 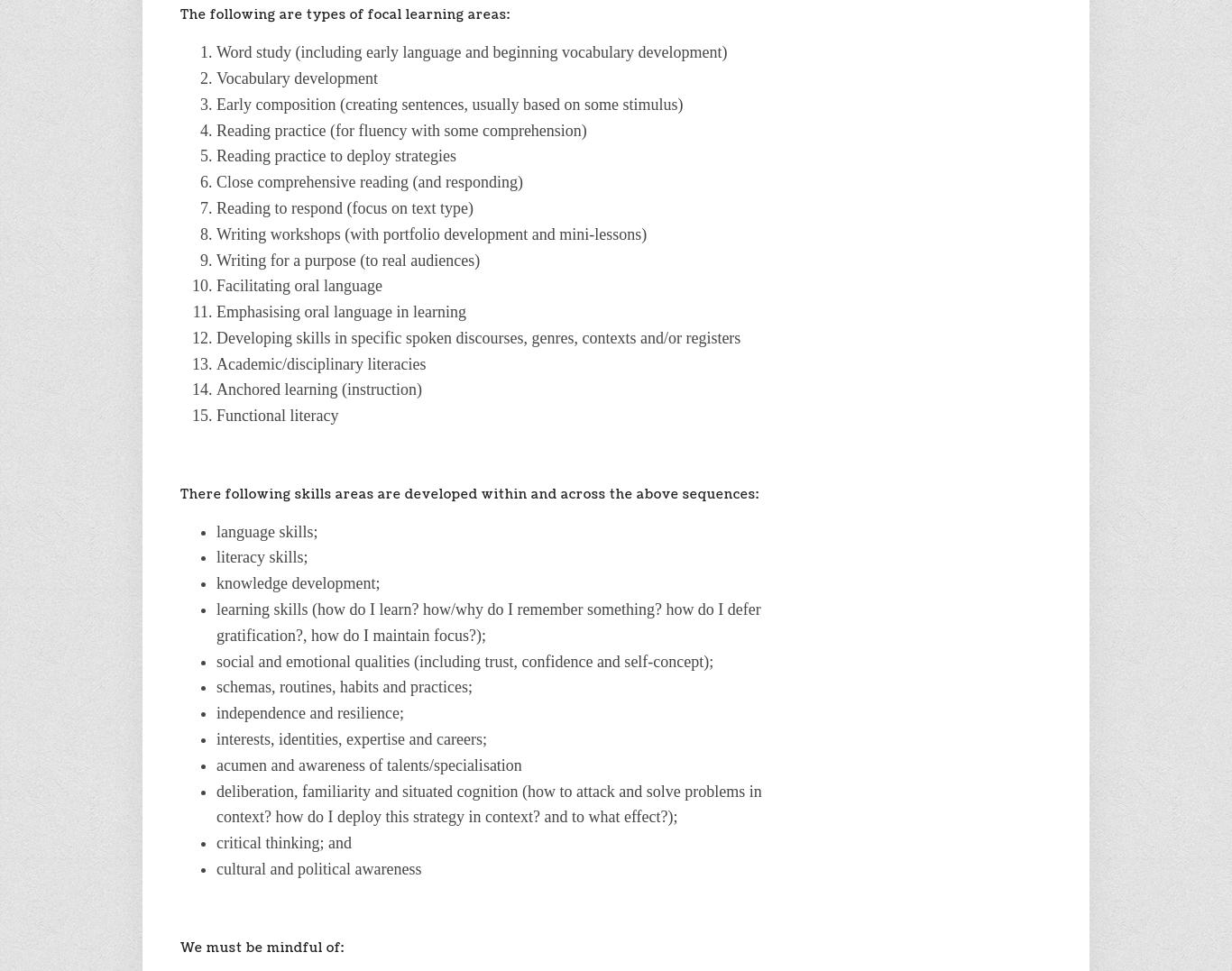 I want to click on 'Reading practice to deploy strategies', so click(x=335, y=154).